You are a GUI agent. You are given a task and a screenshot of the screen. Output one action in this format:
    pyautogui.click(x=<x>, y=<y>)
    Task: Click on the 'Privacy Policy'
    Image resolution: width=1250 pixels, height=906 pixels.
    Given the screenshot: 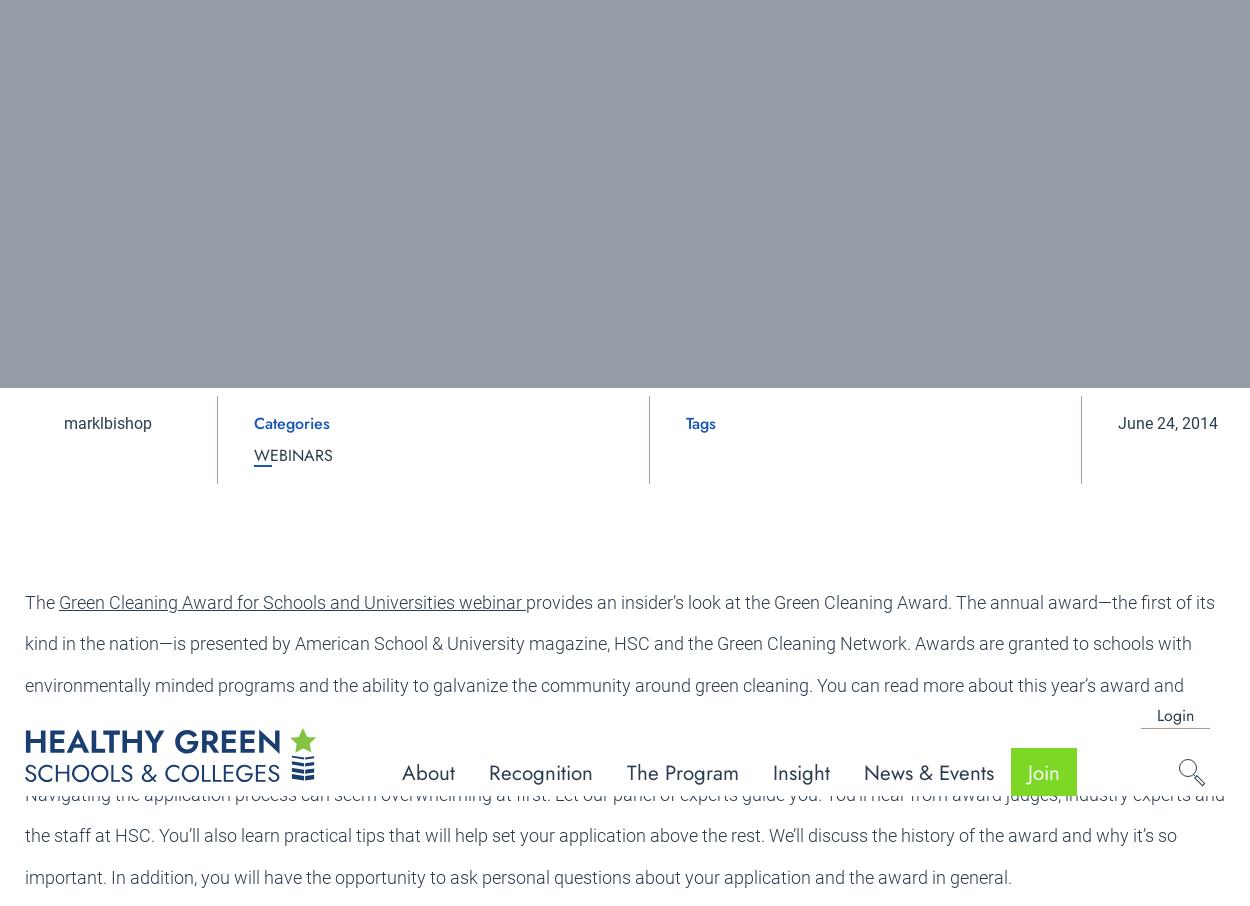 What is the action you would take?
    pyautogui.click(x=1092, y=835)
    